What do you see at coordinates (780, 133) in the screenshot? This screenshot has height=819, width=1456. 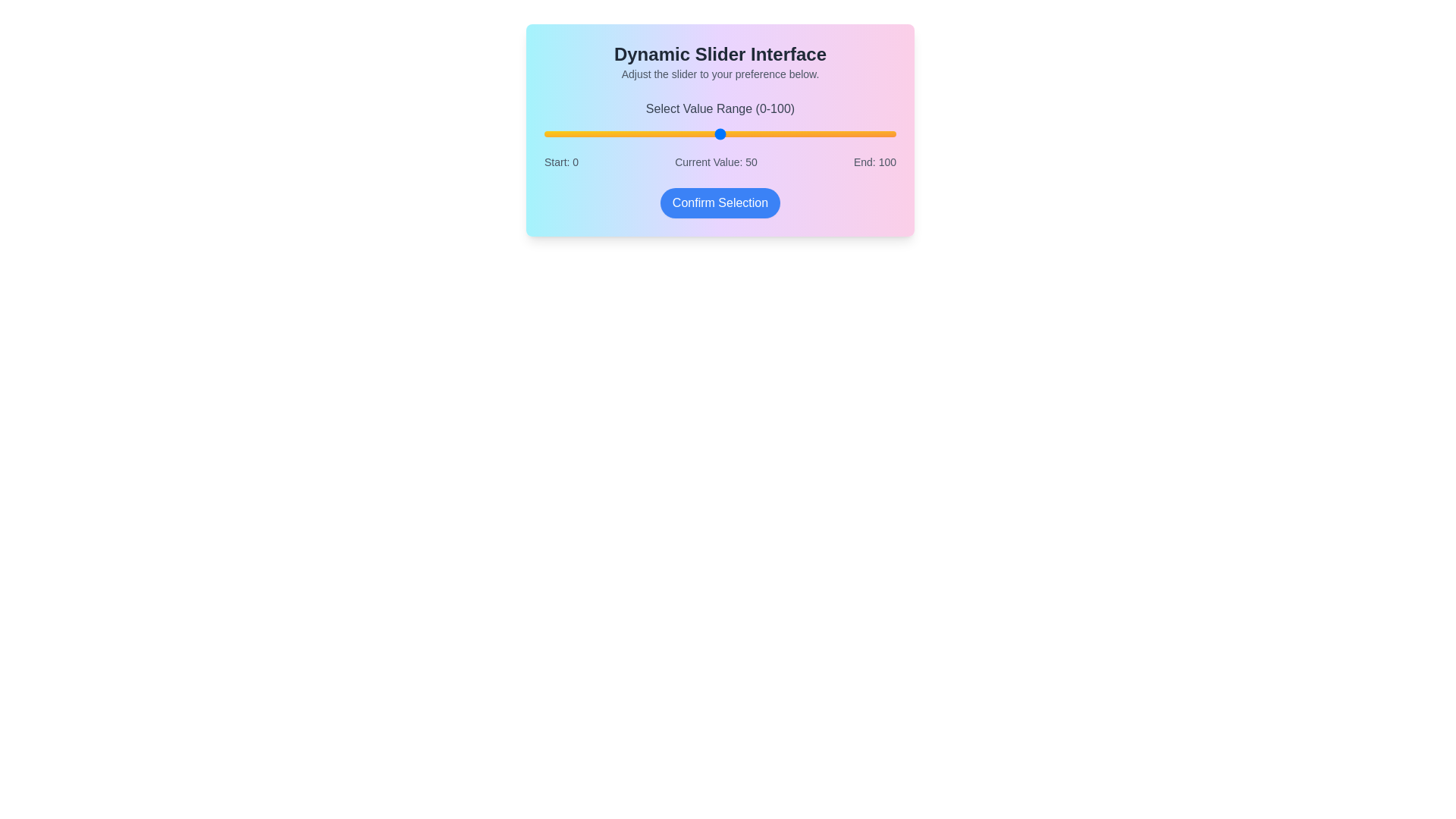 I see `the slider to set the value to 67` at bounding box center [780, 133].